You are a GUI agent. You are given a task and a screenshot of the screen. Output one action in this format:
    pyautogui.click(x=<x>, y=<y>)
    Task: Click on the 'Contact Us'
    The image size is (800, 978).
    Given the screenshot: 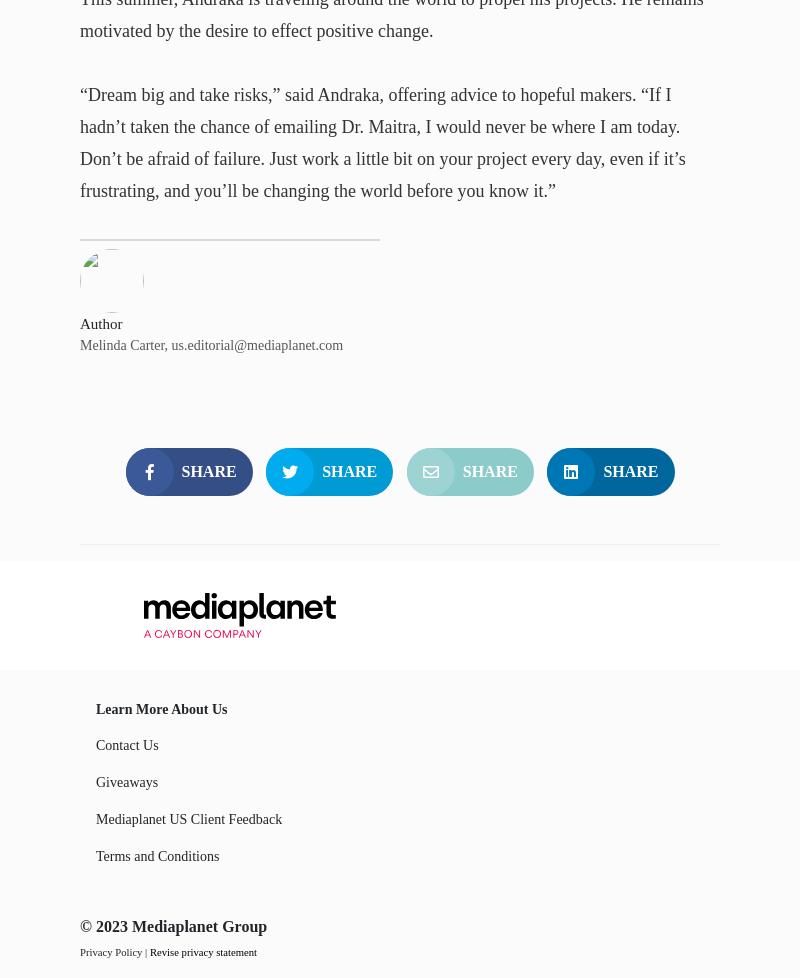 What is the action you would take?
    pyautogui.click(x=126, y=743)
    